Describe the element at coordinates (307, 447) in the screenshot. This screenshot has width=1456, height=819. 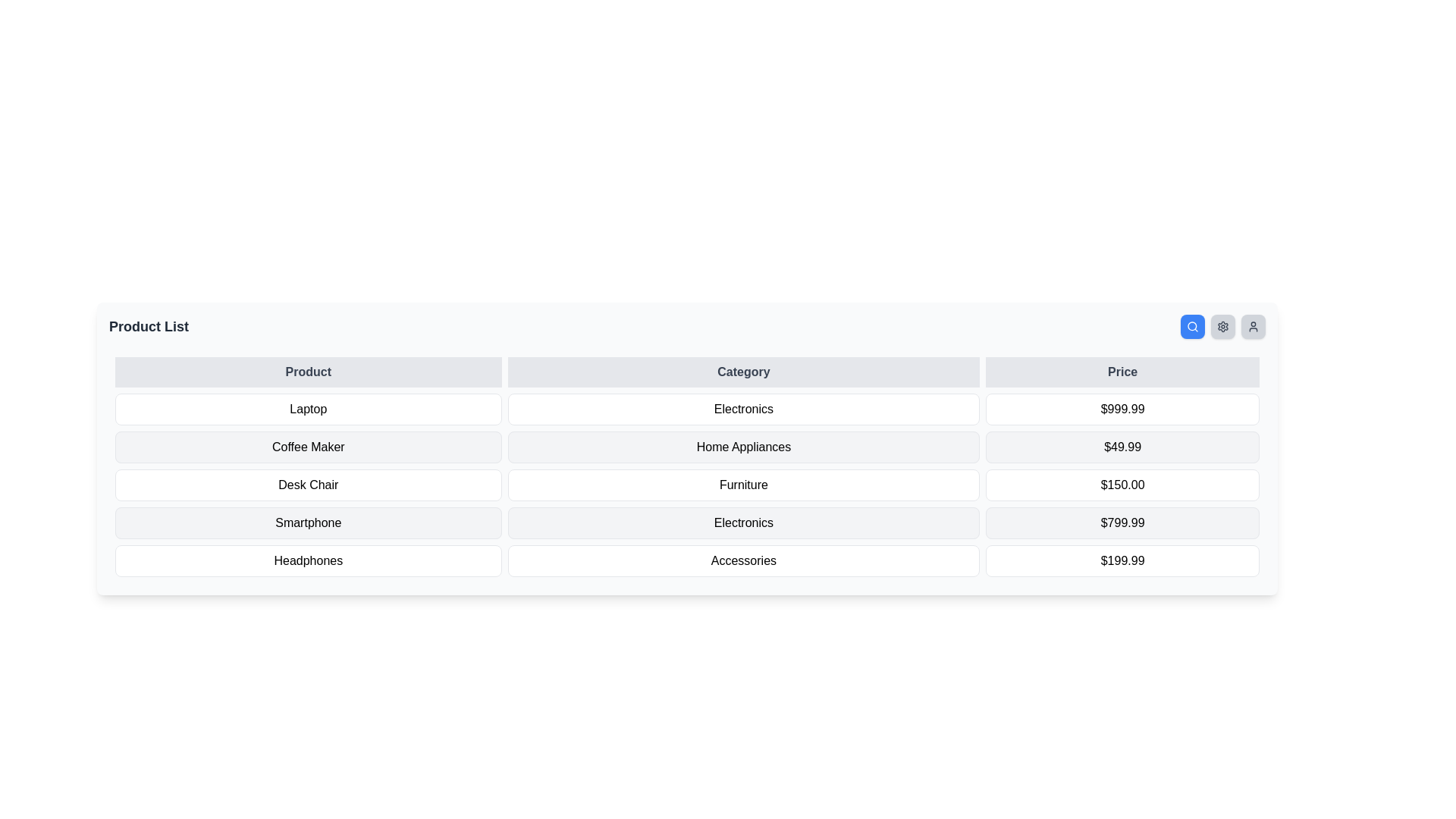
I see `the 'Coffee Maker' label, which is displayed in bold within a light grey rounded rectangle background, located in the second row of the 'Product' column in the table` at that location.